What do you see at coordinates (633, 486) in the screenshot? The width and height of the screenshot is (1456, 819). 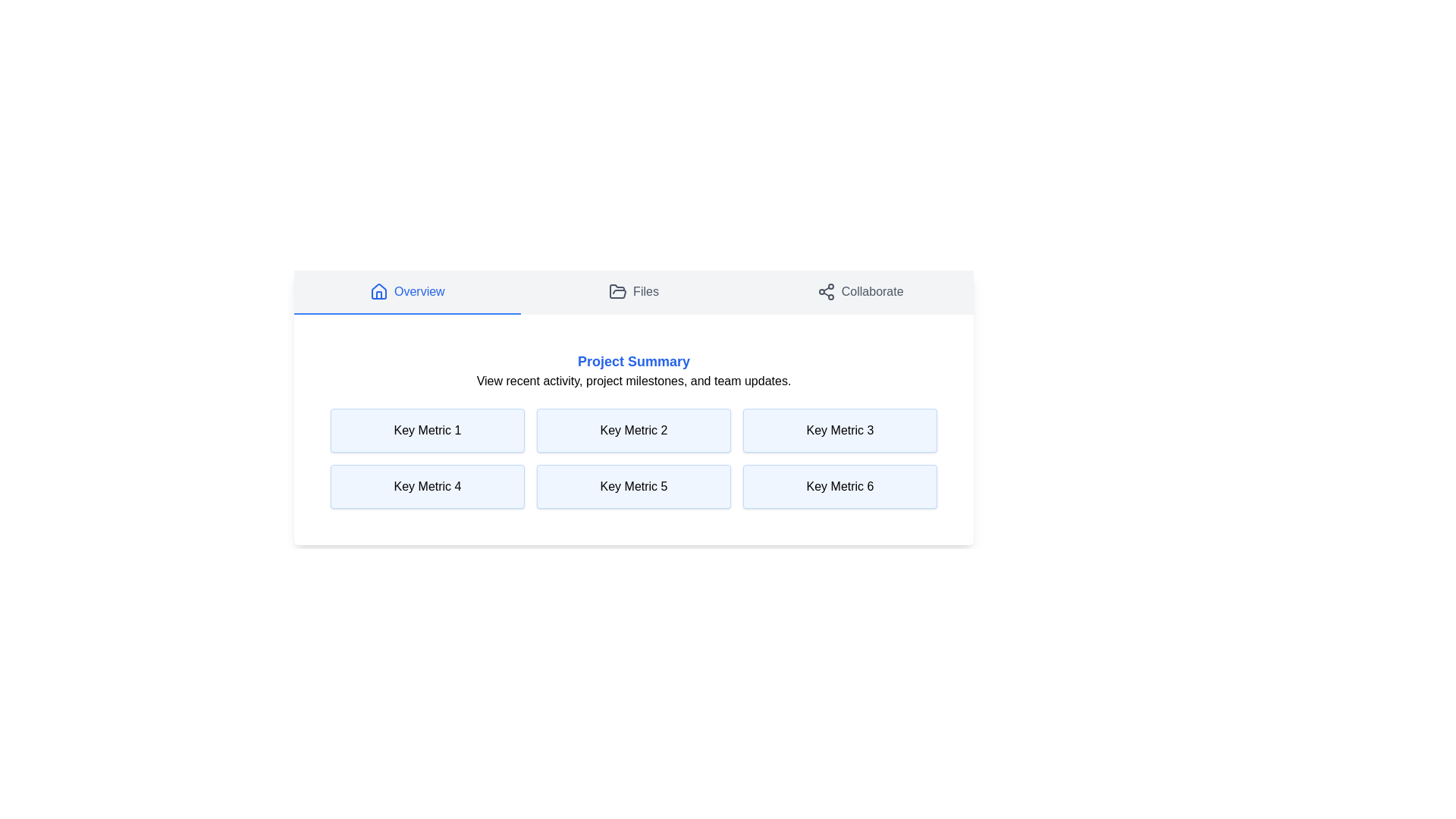 I see `the label located in the second row and second column of the 2x3 grid layout, which is directly below 'Key Metric 2' and to the left of 'Key Metric 6'` at bounding box center [633, 486].